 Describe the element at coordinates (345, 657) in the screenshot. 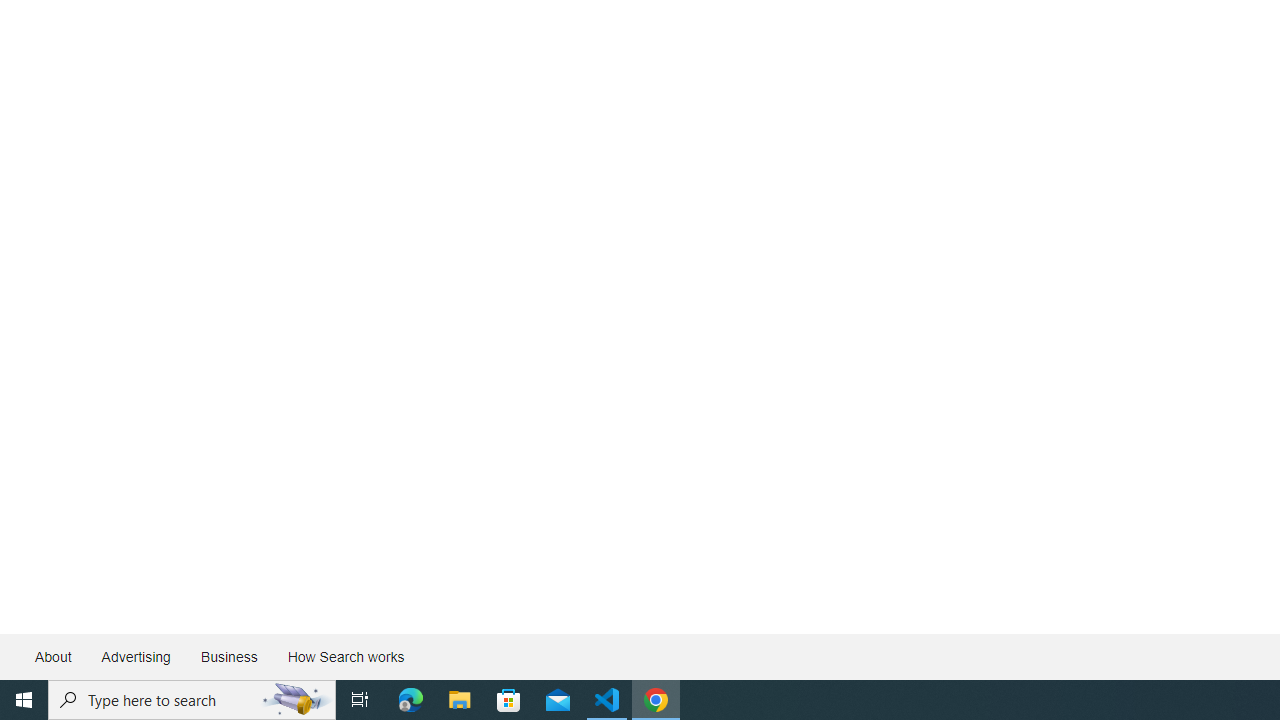

I see `'How Search works'` at that location.